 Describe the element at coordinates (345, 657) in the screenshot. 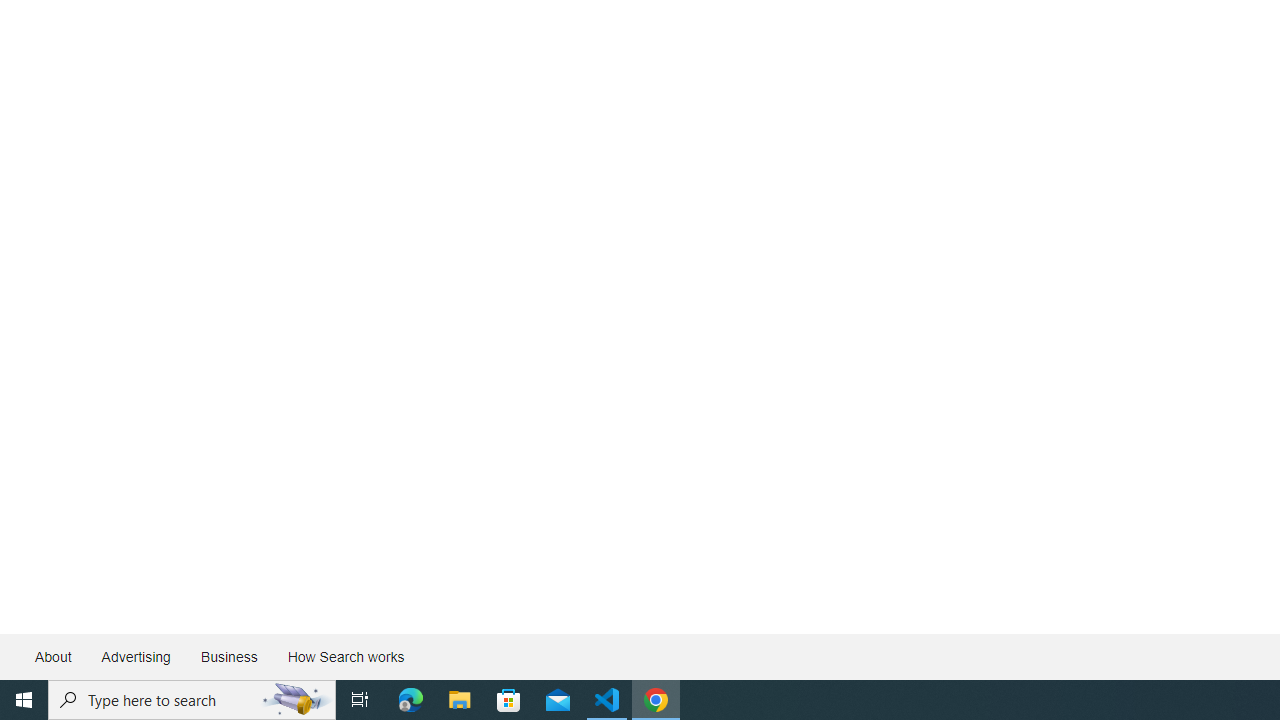

I see `'How Search works'` at that location.